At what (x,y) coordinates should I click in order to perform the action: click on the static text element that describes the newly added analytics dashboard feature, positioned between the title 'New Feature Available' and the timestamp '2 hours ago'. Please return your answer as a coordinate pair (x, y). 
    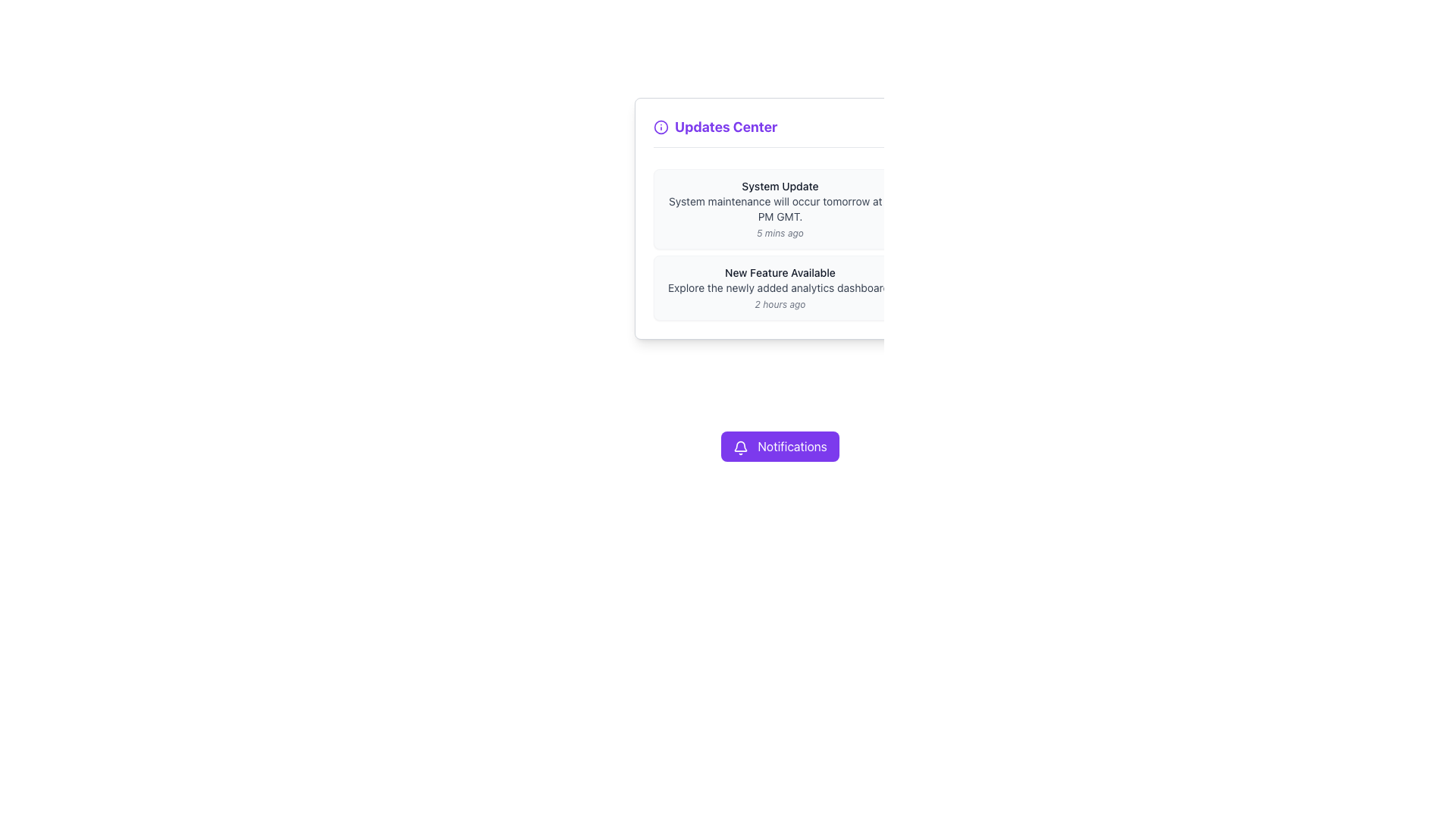
    Looking at the image, I should click on (780, 288).